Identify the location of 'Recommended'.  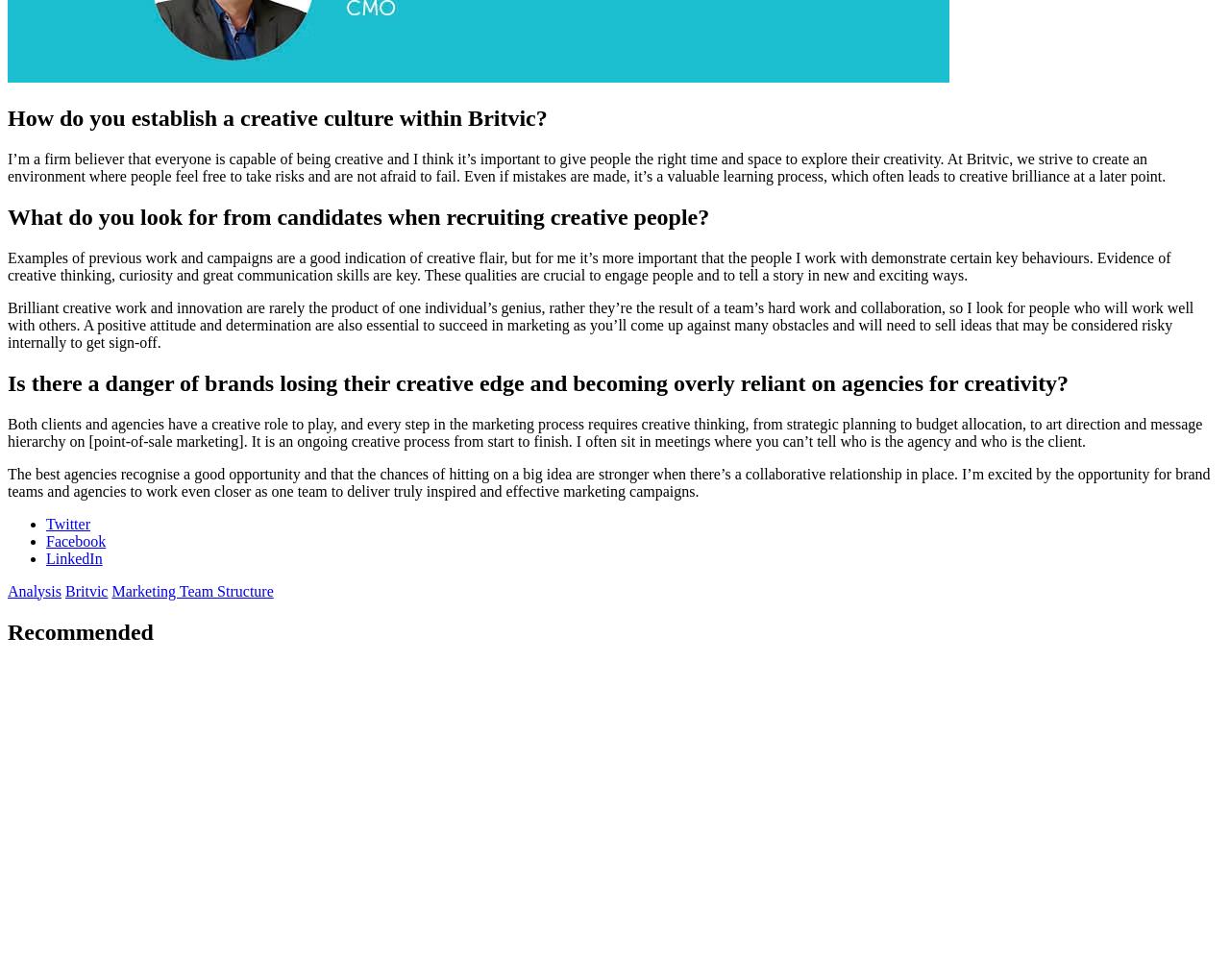
(79, 630).